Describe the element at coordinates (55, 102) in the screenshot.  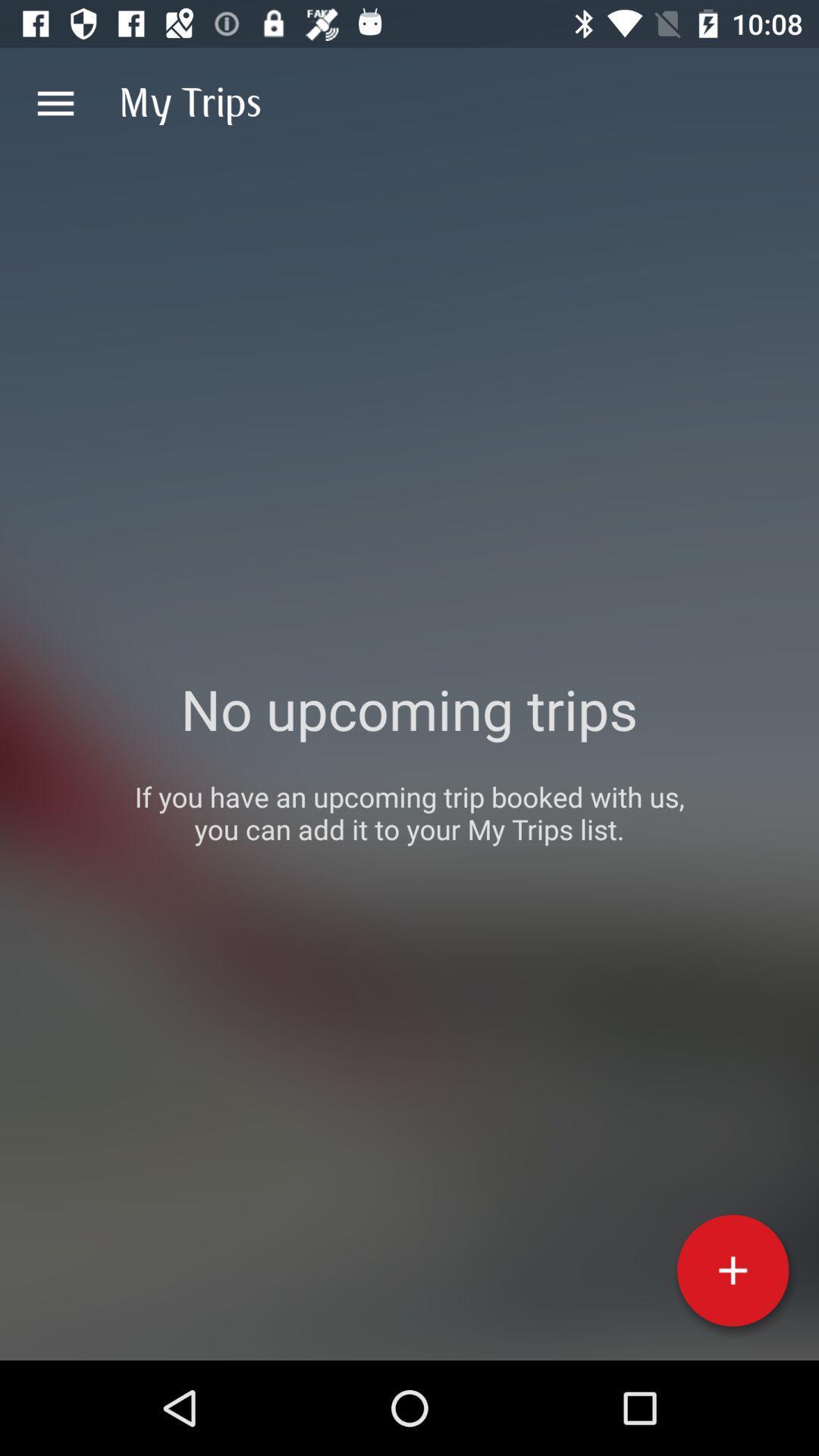
I see `item to the left of the my trips item` at that location.